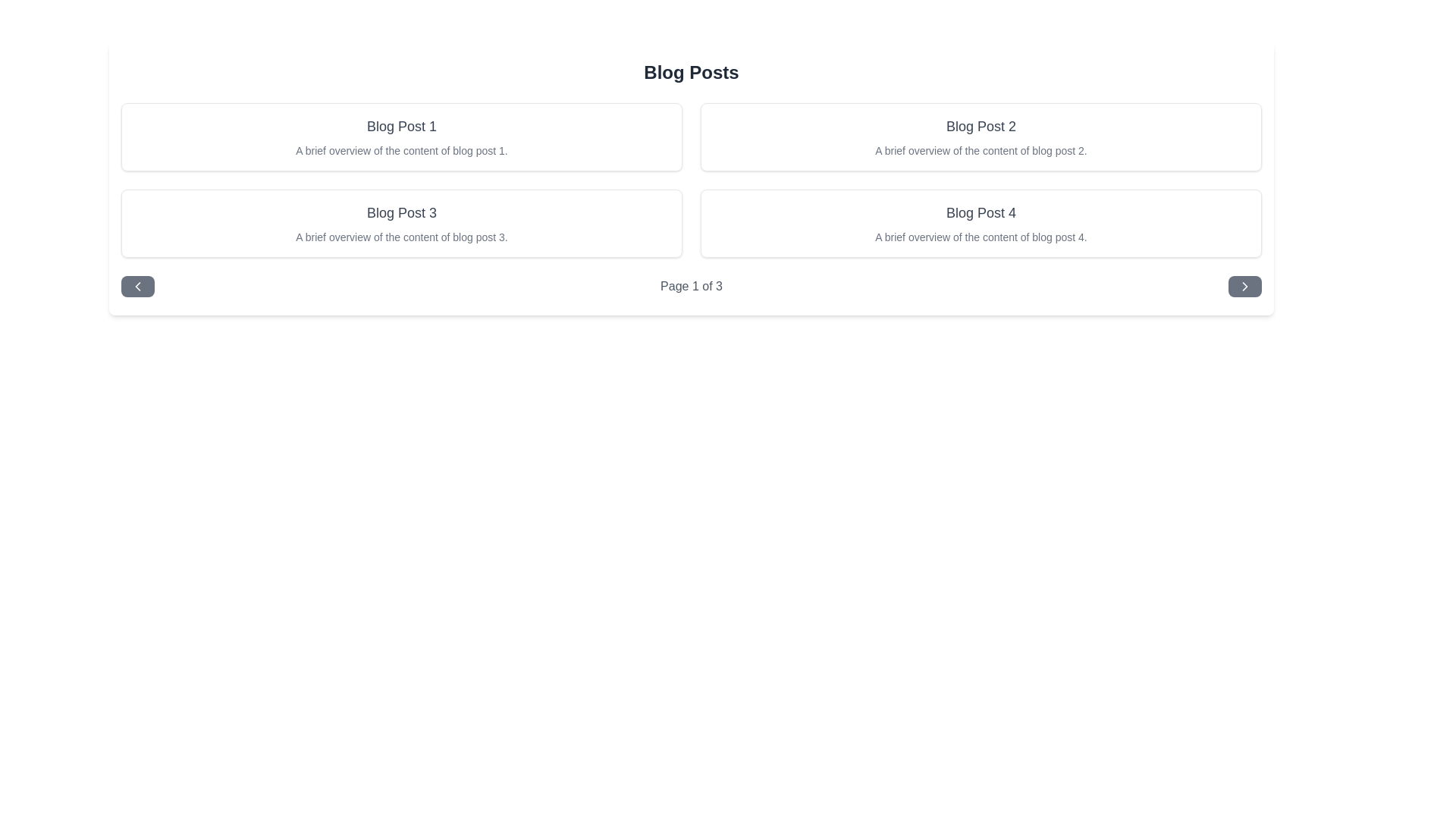 The width and height of the screenshot is (1456, 819). I want to click on the pagination indicator labeled 'Page 1 of 3', which is styled with a gray font and located at the bottom center of the layout, between two interactive buttons, so click(691, 287).